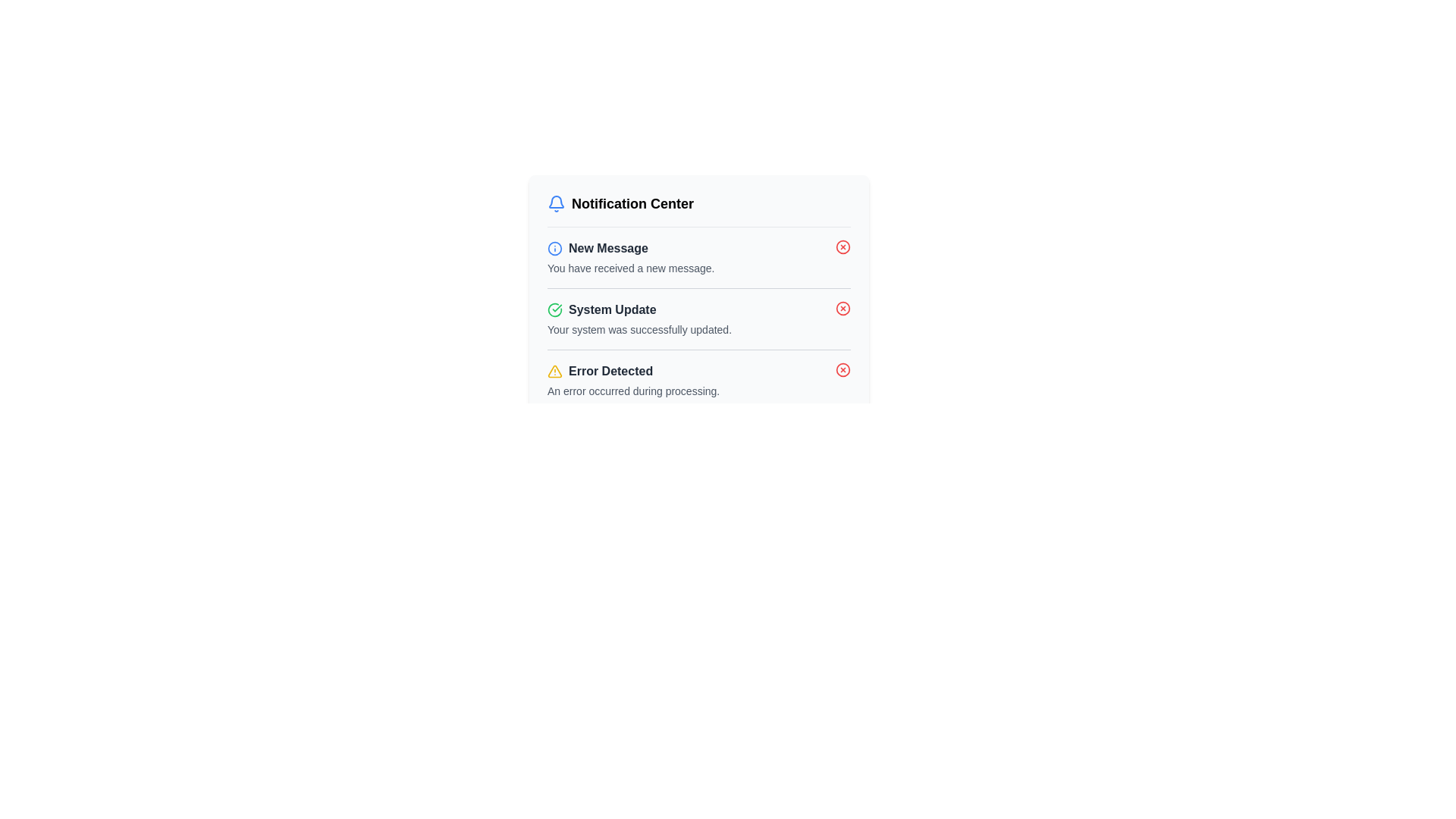 The height and width of the screenshot is (819, 1456). Describe the element at coordinates (631, 256) in the screenshot. I see `the Notification Entry that informs the user about receiving a new message, located below 'Notification Center'` at that location.